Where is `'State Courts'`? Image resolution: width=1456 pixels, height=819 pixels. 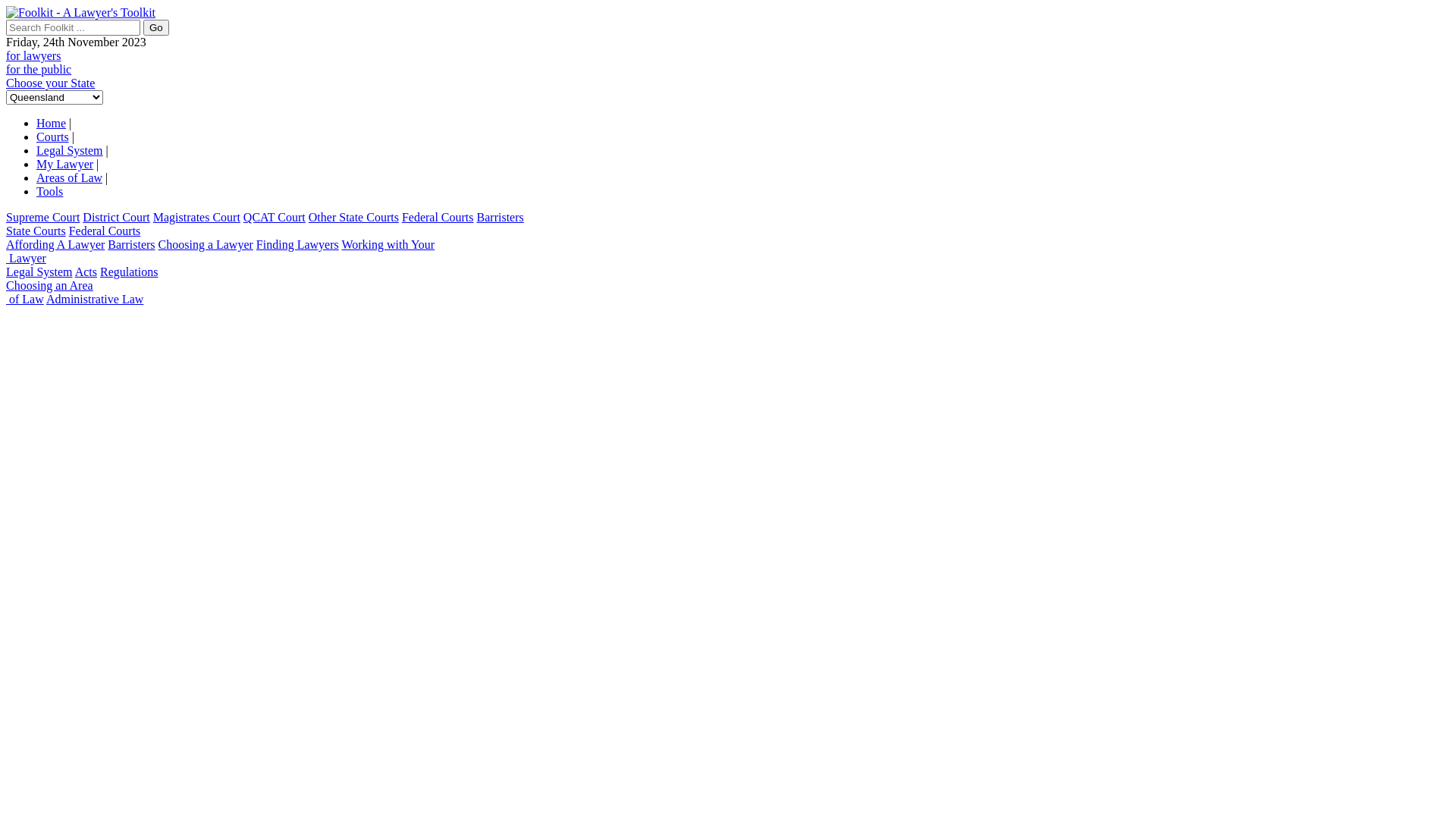
'State Courts' is located at coordinates (36, 231).